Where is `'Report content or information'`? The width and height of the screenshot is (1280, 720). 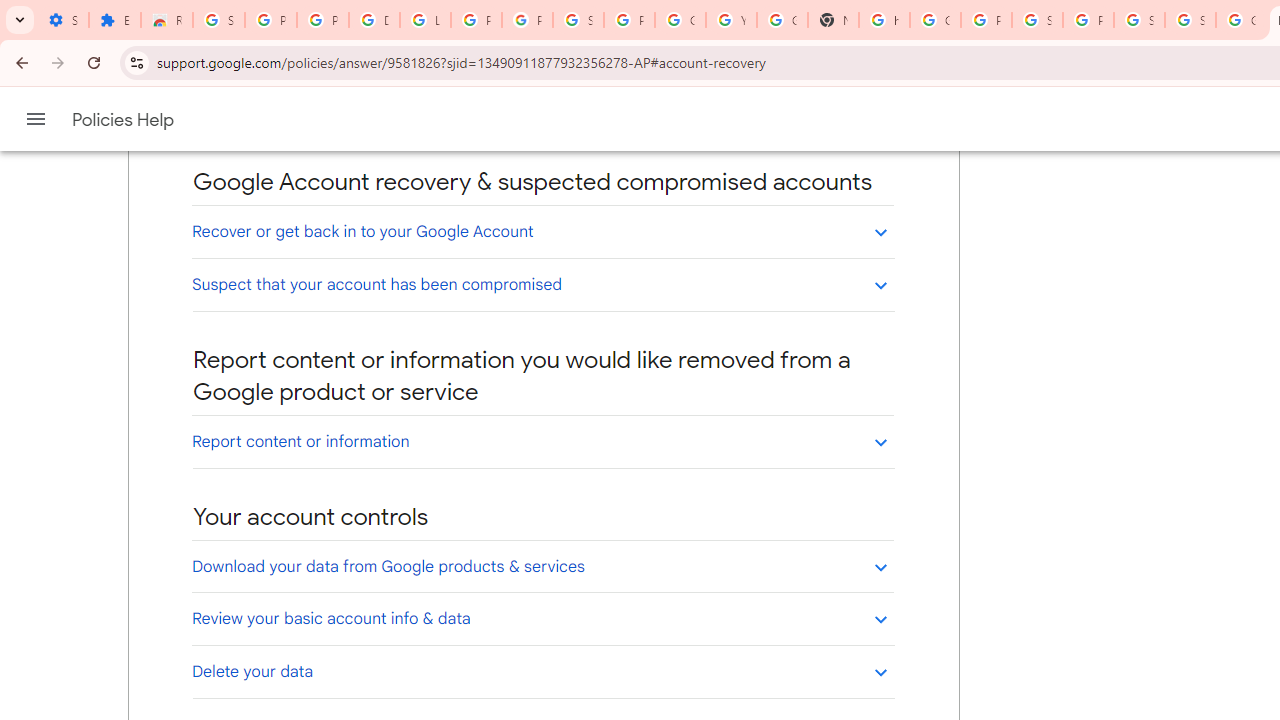 'Report content or information' is located at coordinates (542, 440).